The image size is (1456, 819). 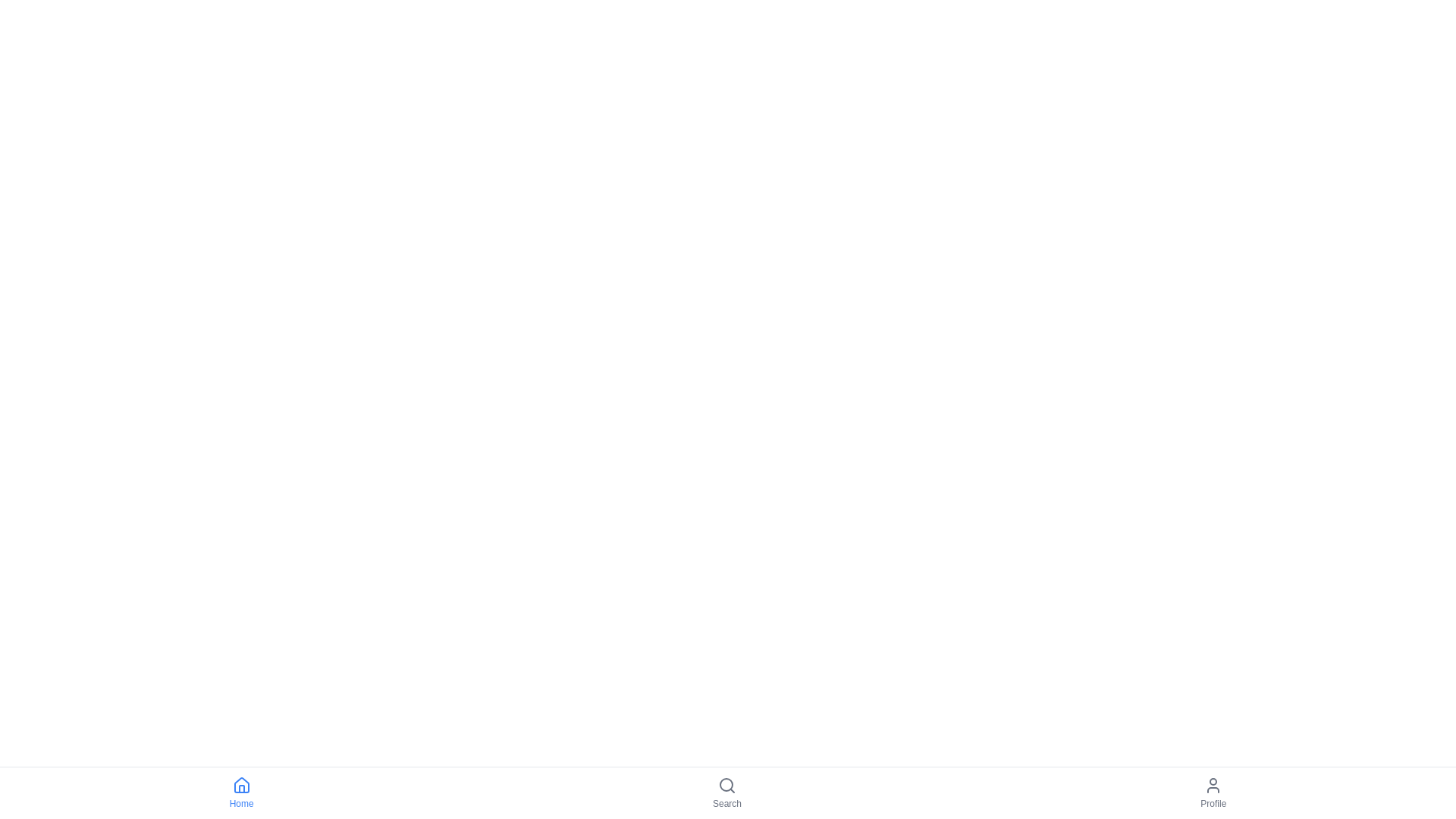 What do you see at coordinates (1212, 792) in the screenshot?
I see `the 'Profile' navigation button, which is the third element from the left in the bottom navigation bar` at bounding box center [1212, 792].